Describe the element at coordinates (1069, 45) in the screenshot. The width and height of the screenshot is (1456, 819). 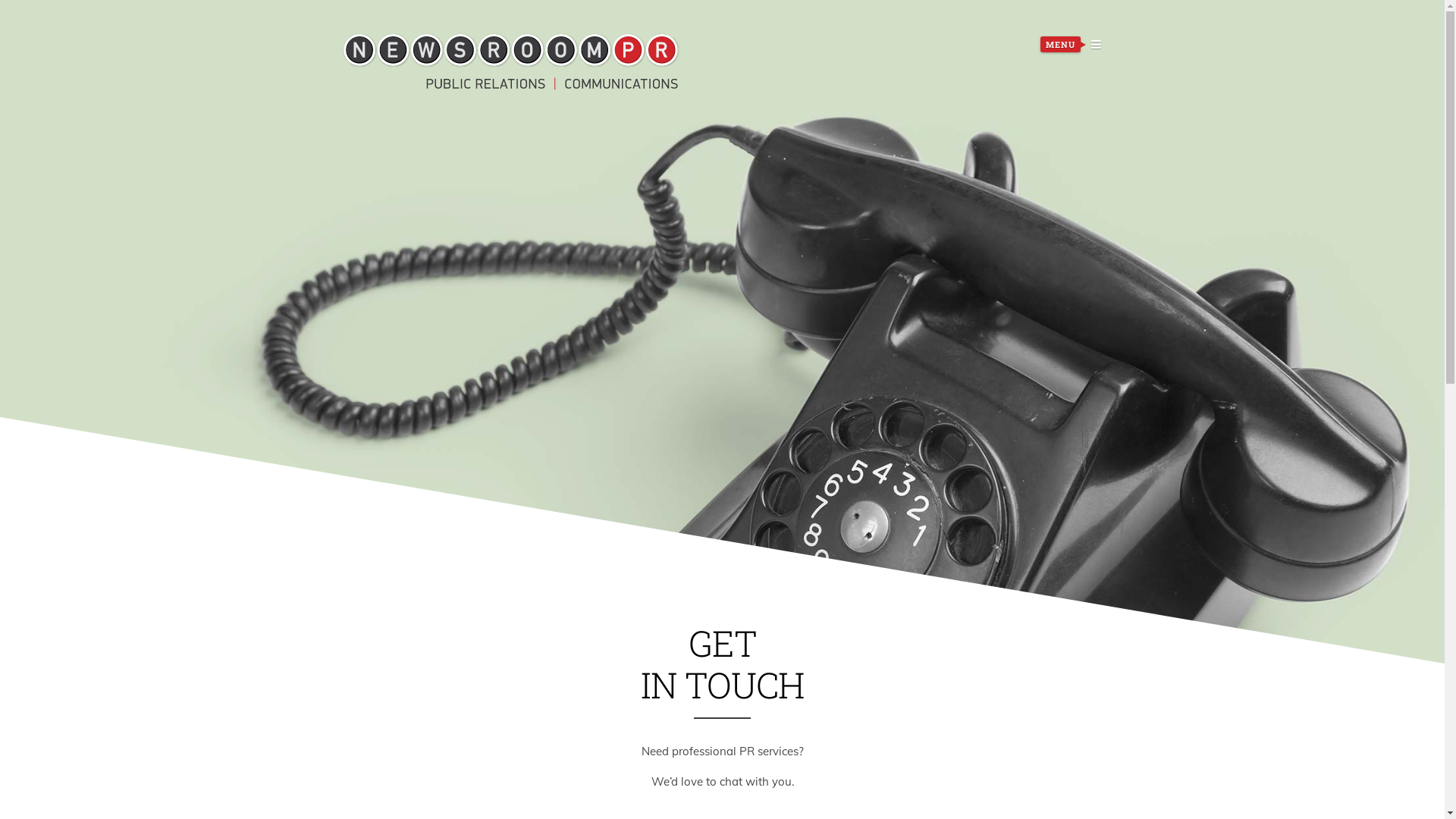
I see `'MENU'` at that location.